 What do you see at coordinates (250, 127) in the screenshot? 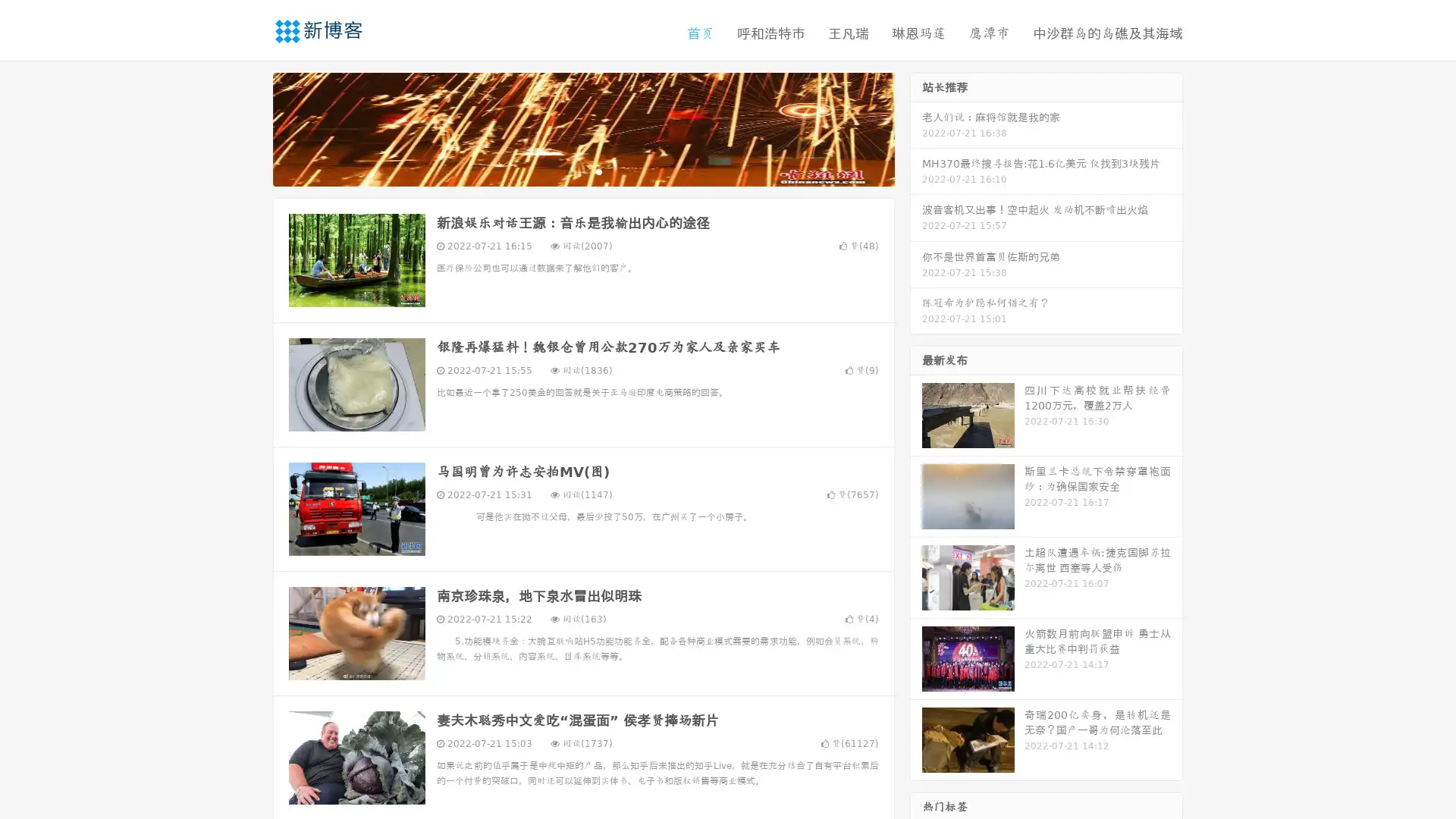
I see `Previous slide` at bounding box center [250, 127].